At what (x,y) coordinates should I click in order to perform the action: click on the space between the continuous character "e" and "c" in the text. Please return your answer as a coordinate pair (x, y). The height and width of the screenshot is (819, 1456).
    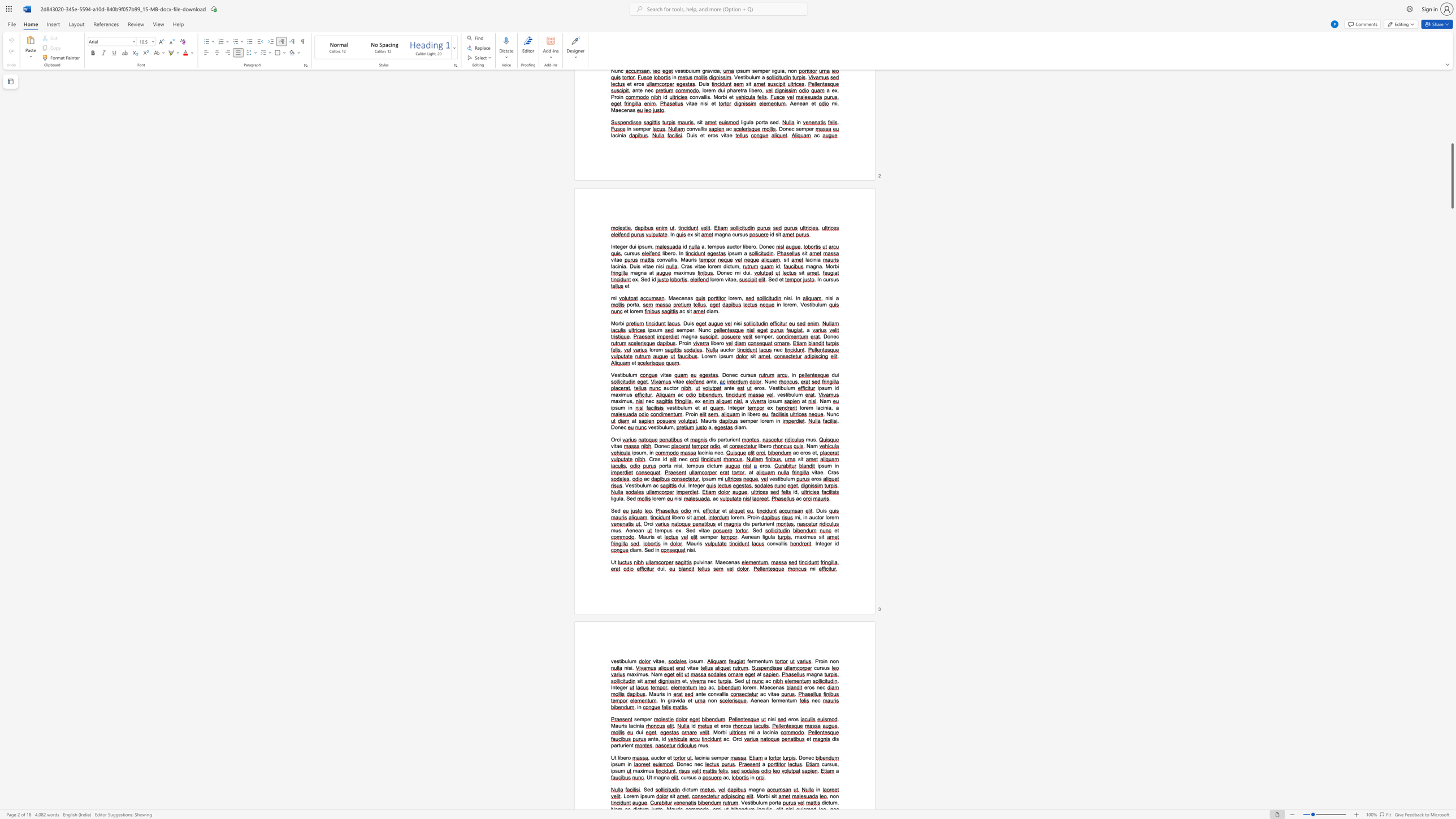
    Looking at the image, I should click on (822, 687).